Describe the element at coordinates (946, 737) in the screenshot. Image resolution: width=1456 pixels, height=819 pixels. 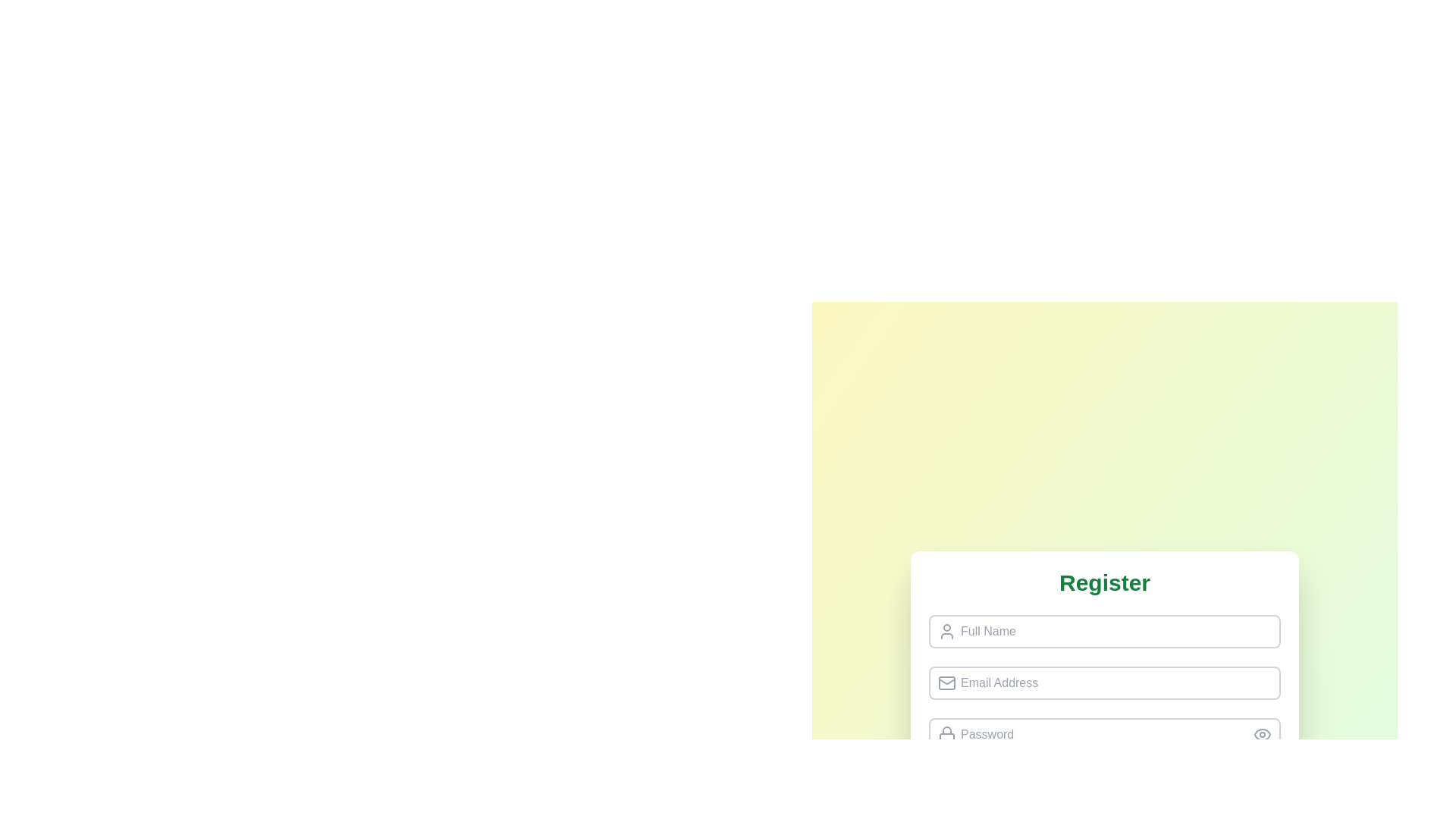
I see `properties of the rectangular component of the lock icon located to the left of the 'Password' input field in the registration form` at that location.